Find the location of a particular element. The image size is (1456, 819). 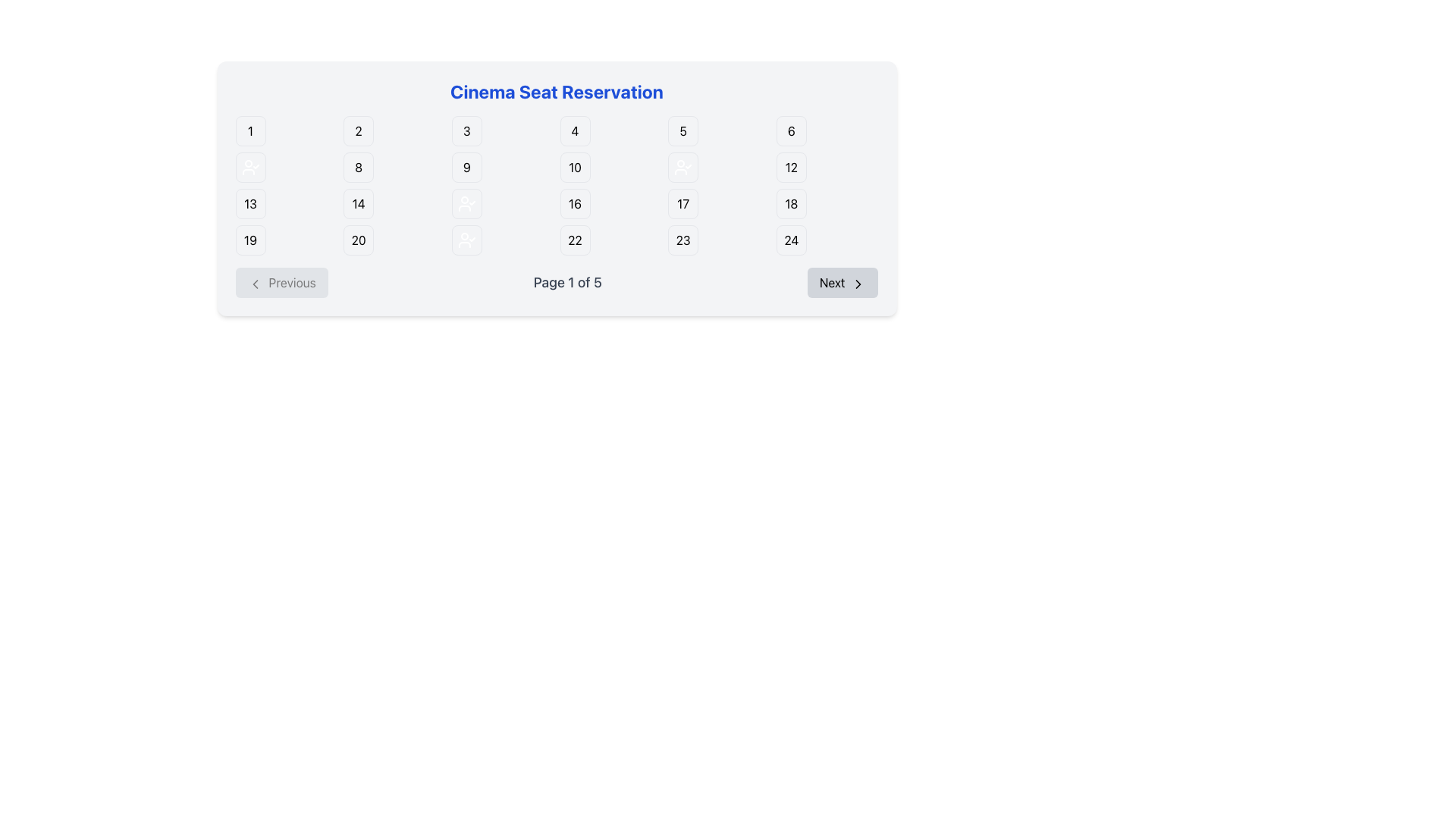

the seat button within the cinema seating map represented by the Grid Layout, which is centrally located and allows users is located at coordinates (556, 185).